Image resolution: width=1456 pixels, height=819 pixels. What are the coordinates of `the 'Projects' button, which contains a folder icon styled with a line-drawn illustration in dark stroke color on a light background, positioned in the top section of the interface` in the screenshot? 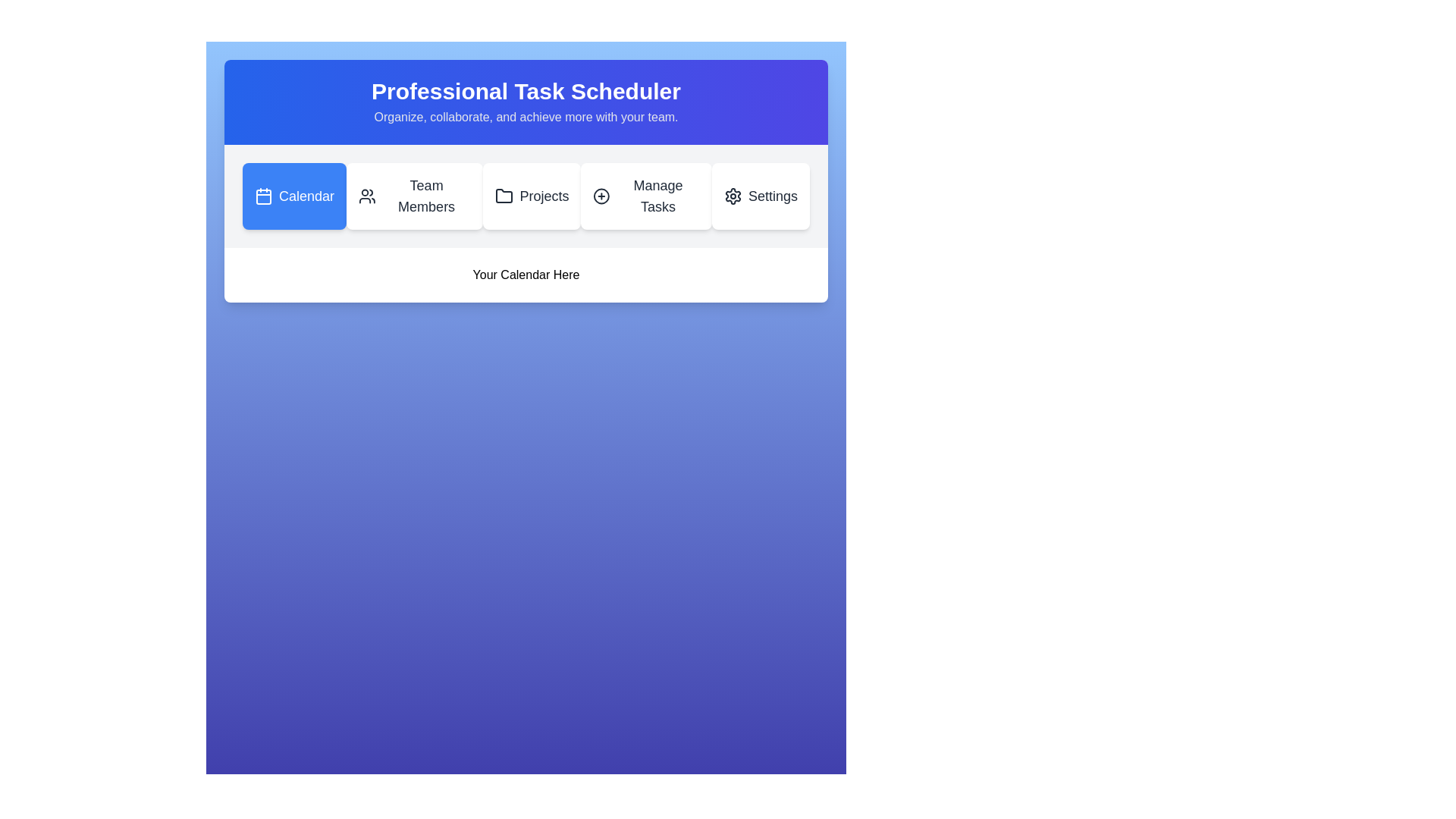 It's located at (504, 195).